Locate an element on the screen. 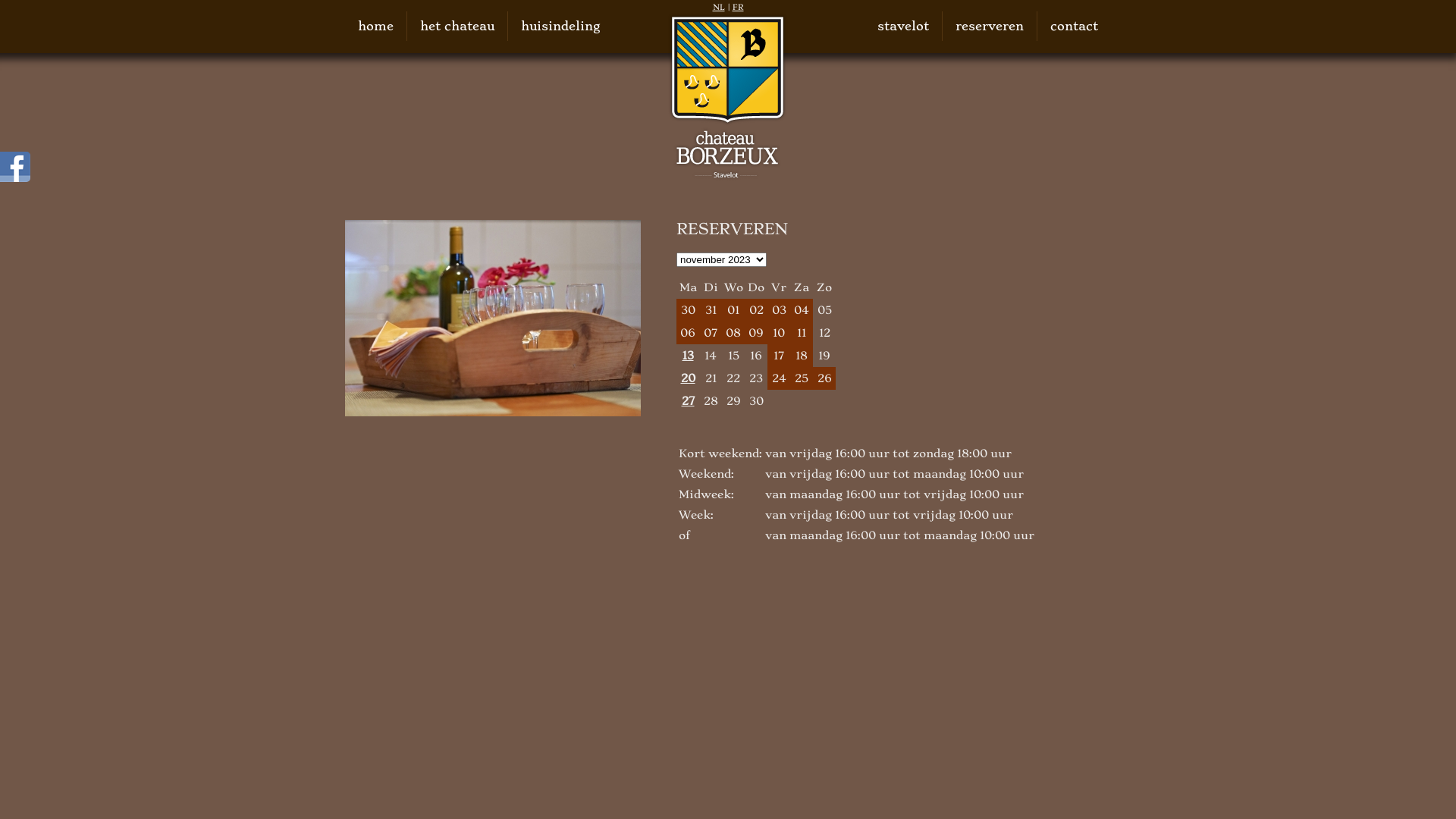  'Chateux Borzeux Stavelot, Vakantiewoning Ardennen' is located at coordinates (667, 96).